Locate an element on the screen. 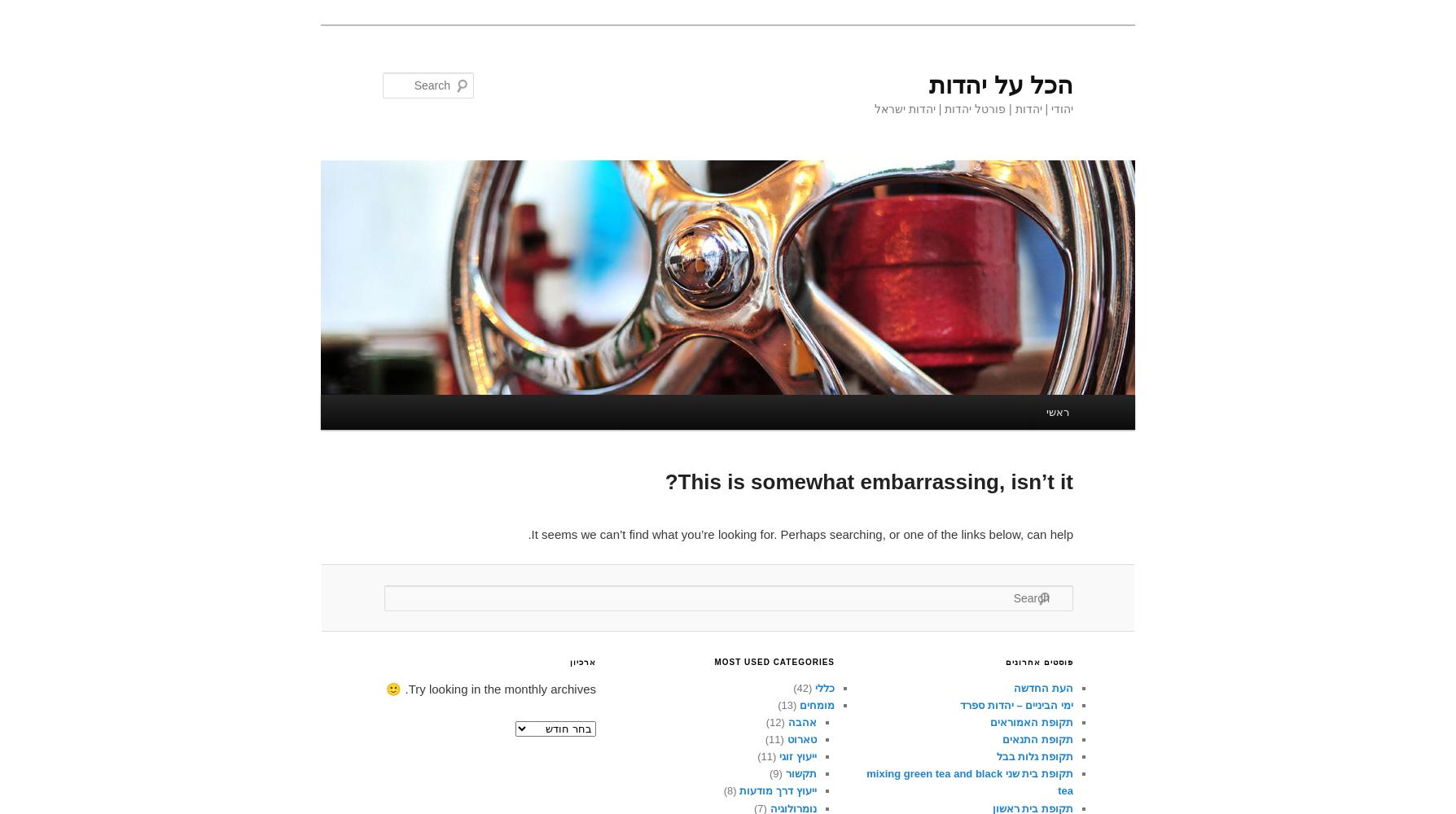  '(9)' is located at coordinates (777, 772).